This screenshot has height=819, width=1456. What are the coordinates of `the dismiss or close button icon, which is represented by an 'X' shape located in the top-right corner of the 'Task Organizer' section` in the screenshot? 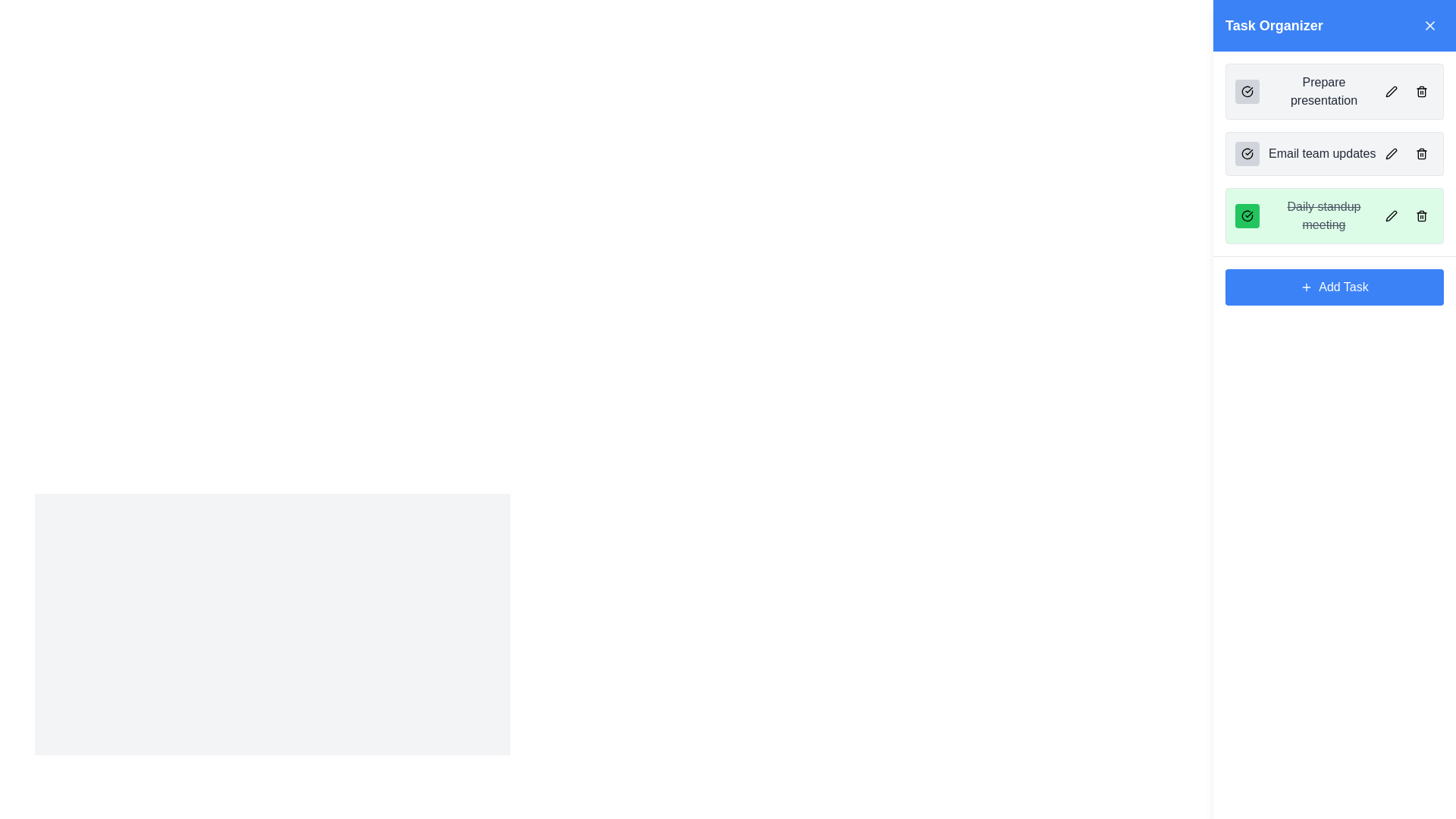 It's located at (1429, 26).